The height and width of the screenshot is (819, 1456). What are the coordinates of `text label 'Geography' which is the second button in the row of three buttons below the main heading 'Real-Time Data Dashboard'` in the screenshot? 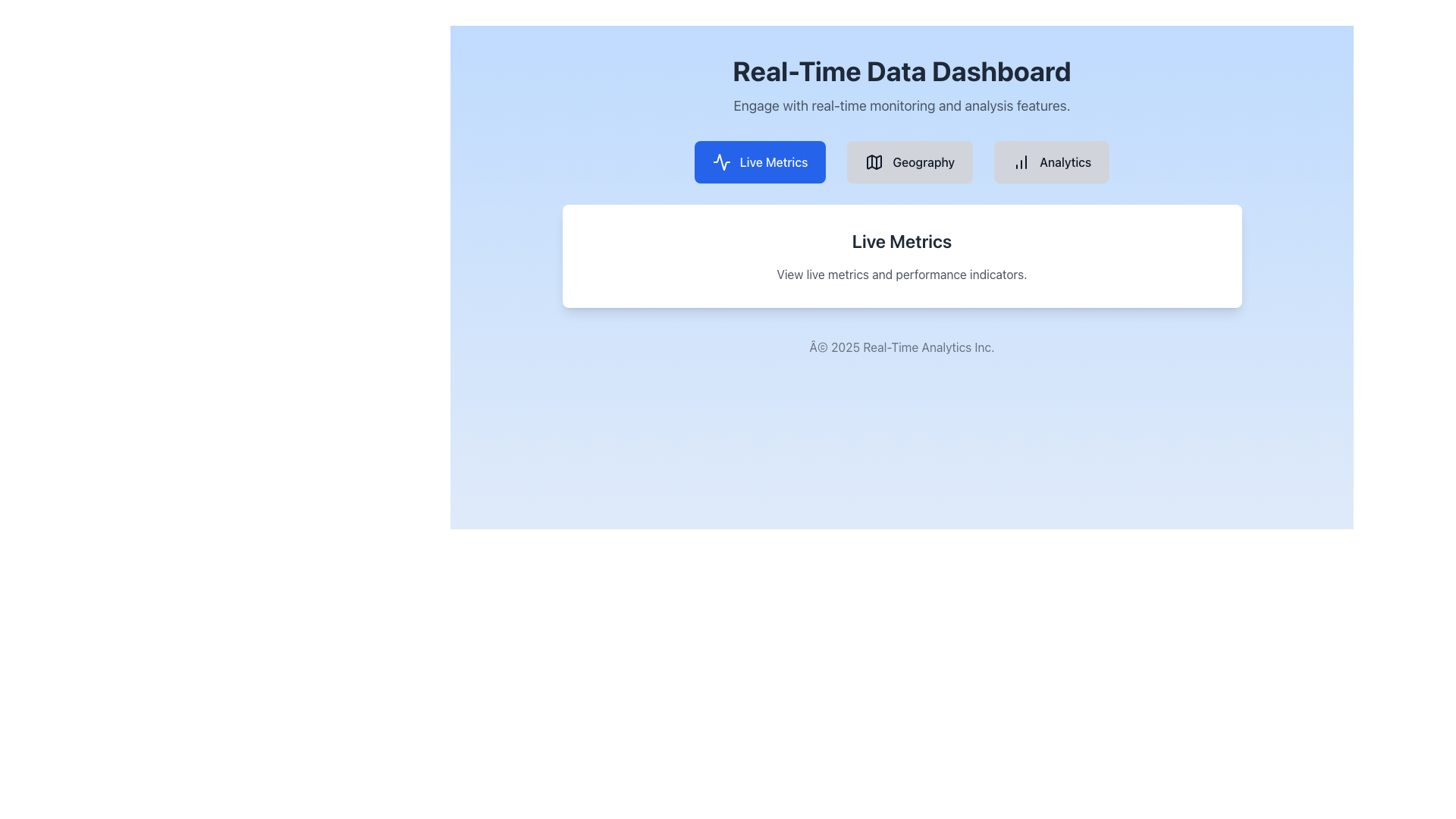 It's located at (923, 162).